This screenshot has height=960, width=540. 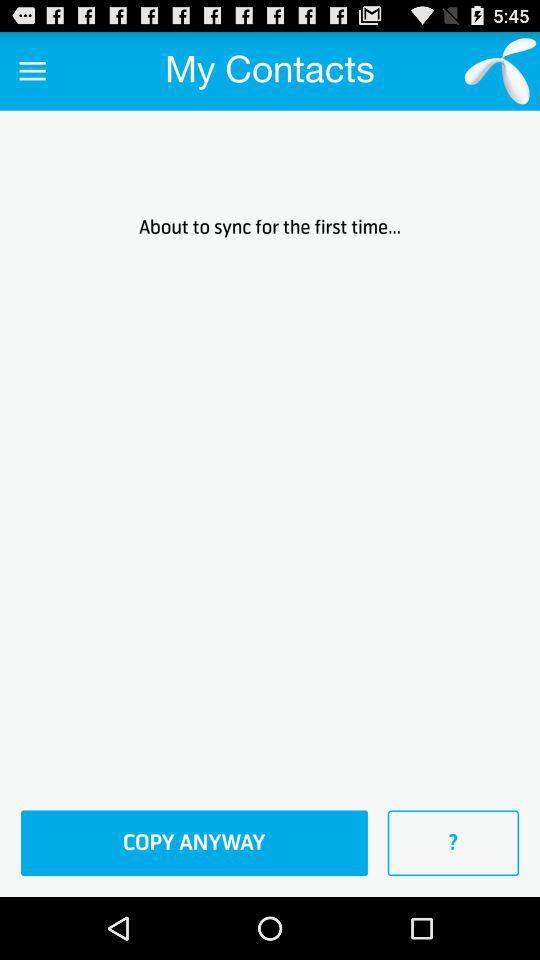 I want to click on the copy anyway icon, so click(x=194, y=842).